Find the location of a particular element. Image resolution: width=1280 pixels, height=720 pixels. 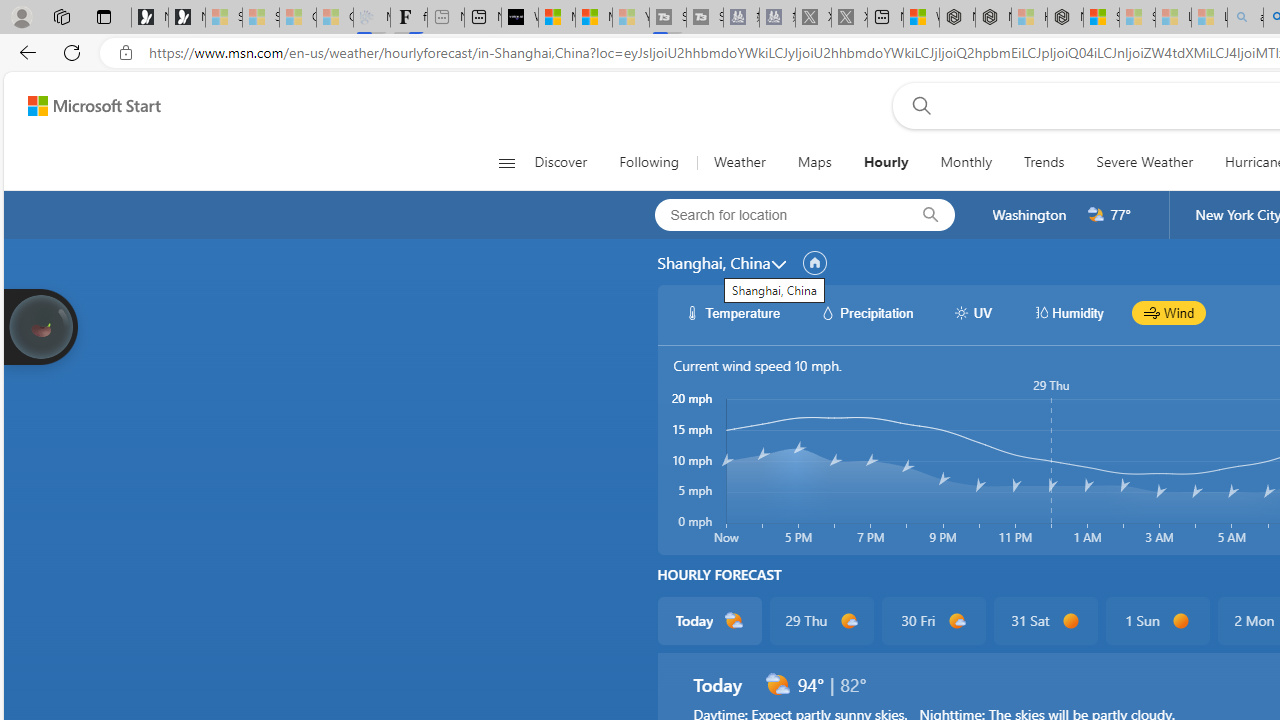

'31 Sat d0000' is located at coordinates (1044, 620).